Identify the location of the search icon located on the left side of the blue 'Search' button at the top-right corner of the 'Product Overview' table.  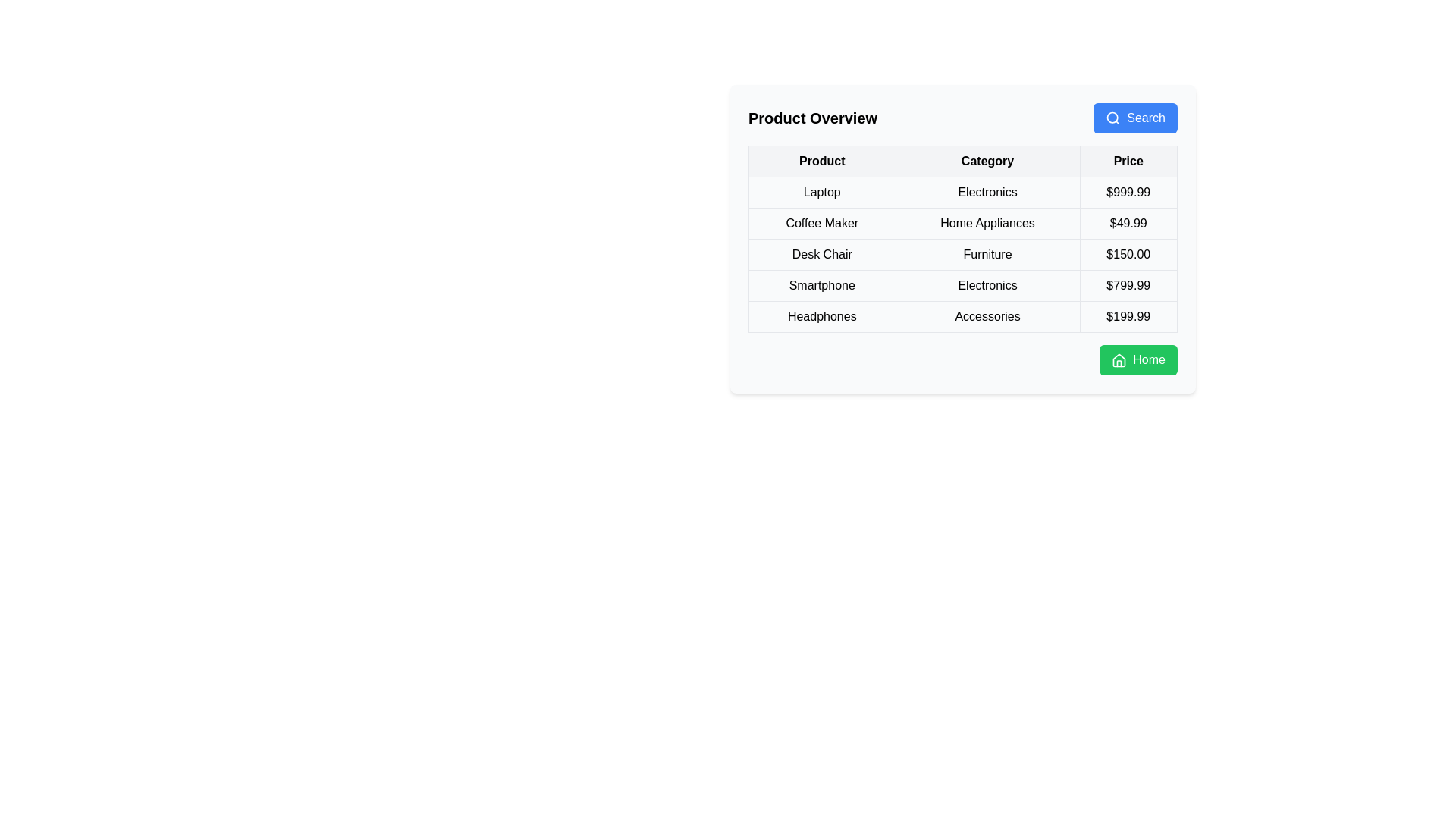
(1113, 117).